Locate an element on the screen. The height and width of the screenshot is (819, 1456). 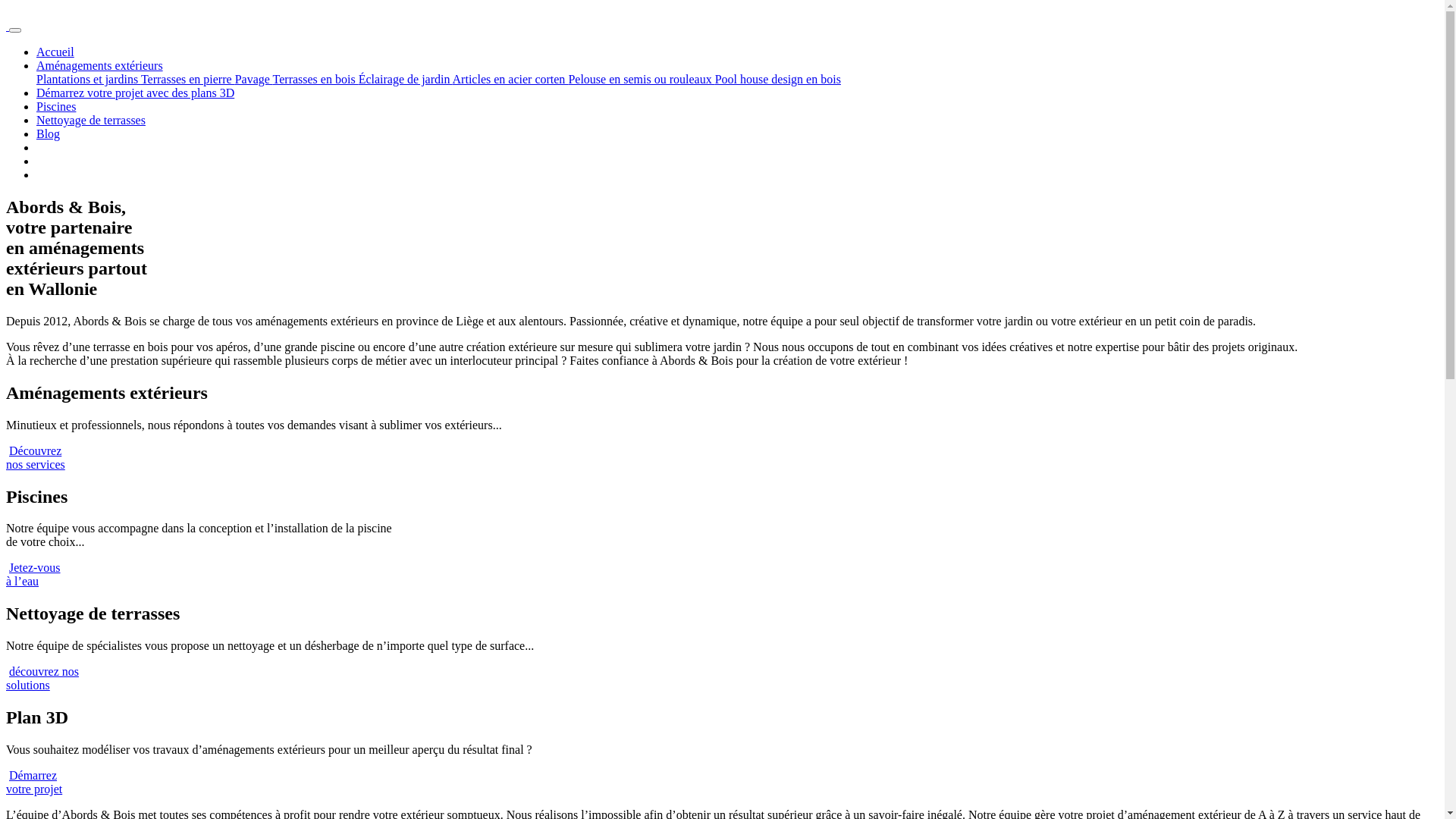
'Terrasses en pierre' is located at coordinates (187, 79).